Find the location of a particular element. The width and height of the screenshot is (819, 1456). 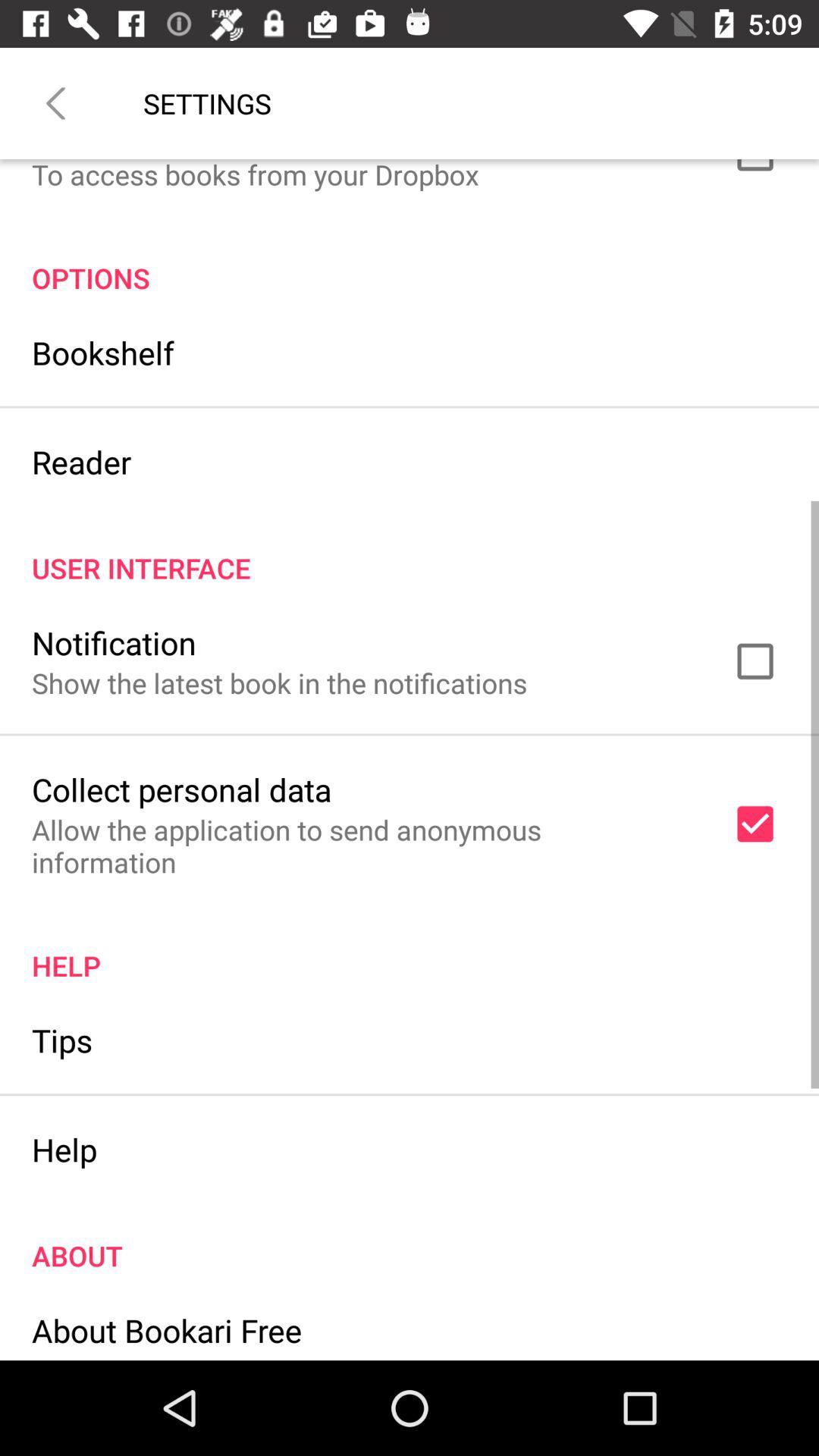

to access books icon is located at coordinates (254, 176).